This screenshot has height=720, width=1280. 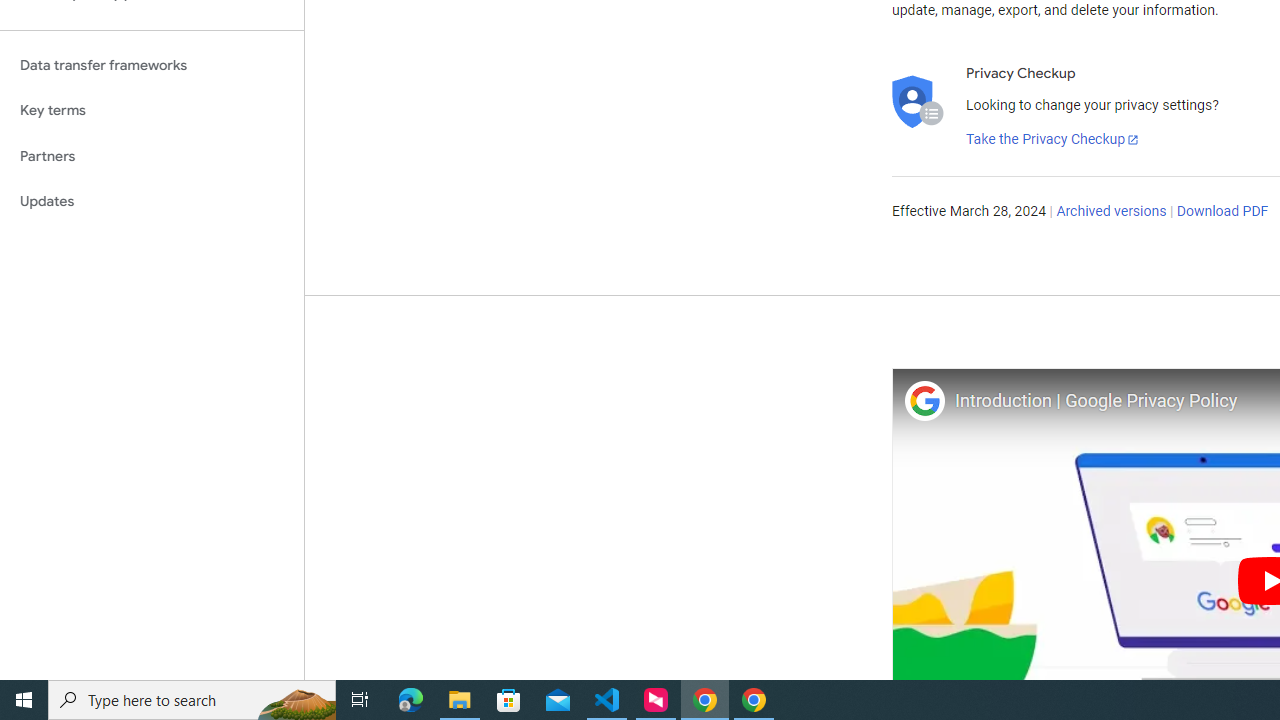 What do you see at coordinates (151, 201) in the screenshot?
I see `'Updates'` at bounding box center [151, 201].